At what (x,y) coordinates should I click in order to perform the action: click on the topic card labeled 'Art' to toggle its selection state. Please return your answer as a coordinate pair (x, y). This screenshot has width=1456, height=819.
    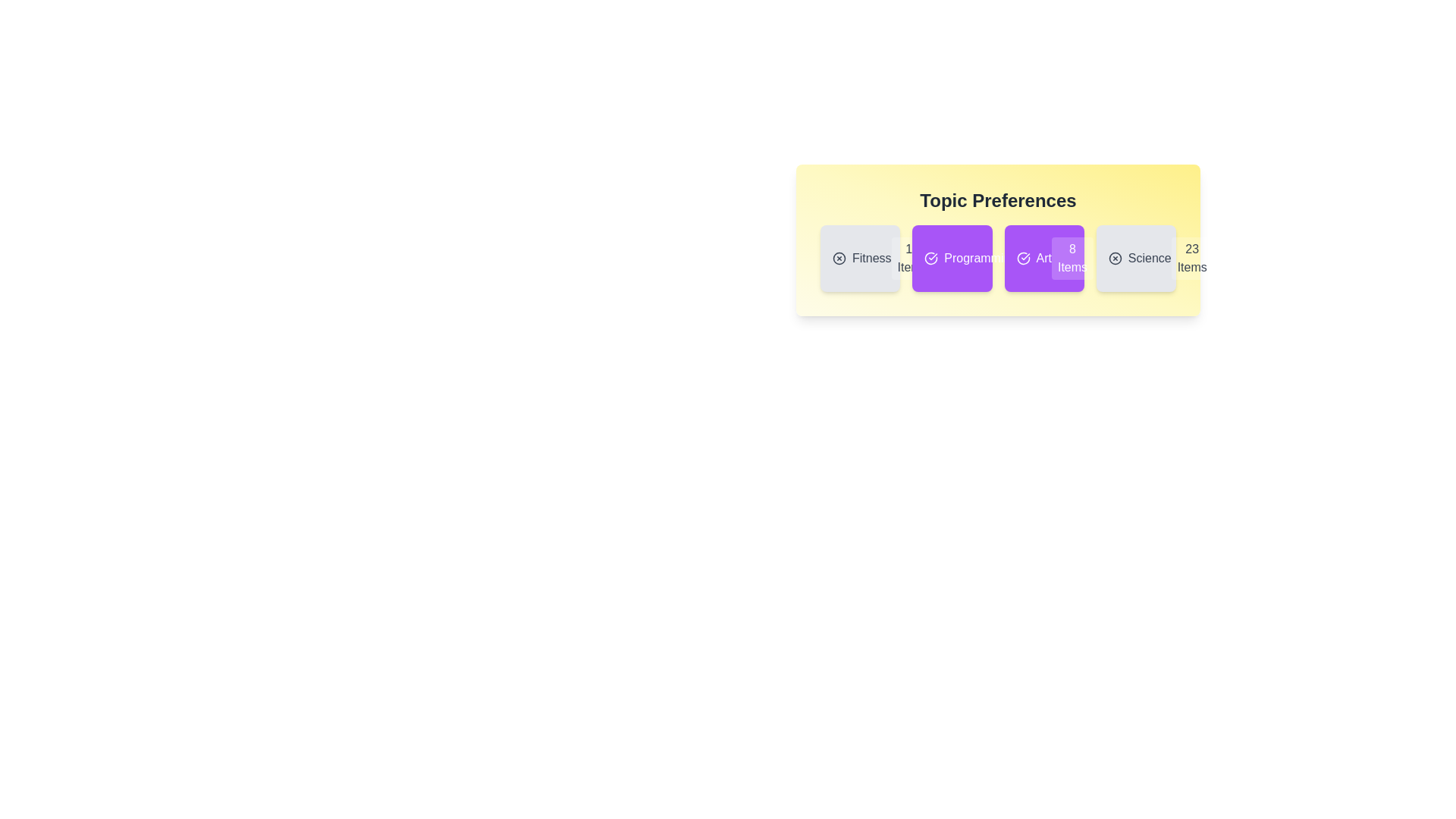
    Looking at the image, I should click on (1043, 257).